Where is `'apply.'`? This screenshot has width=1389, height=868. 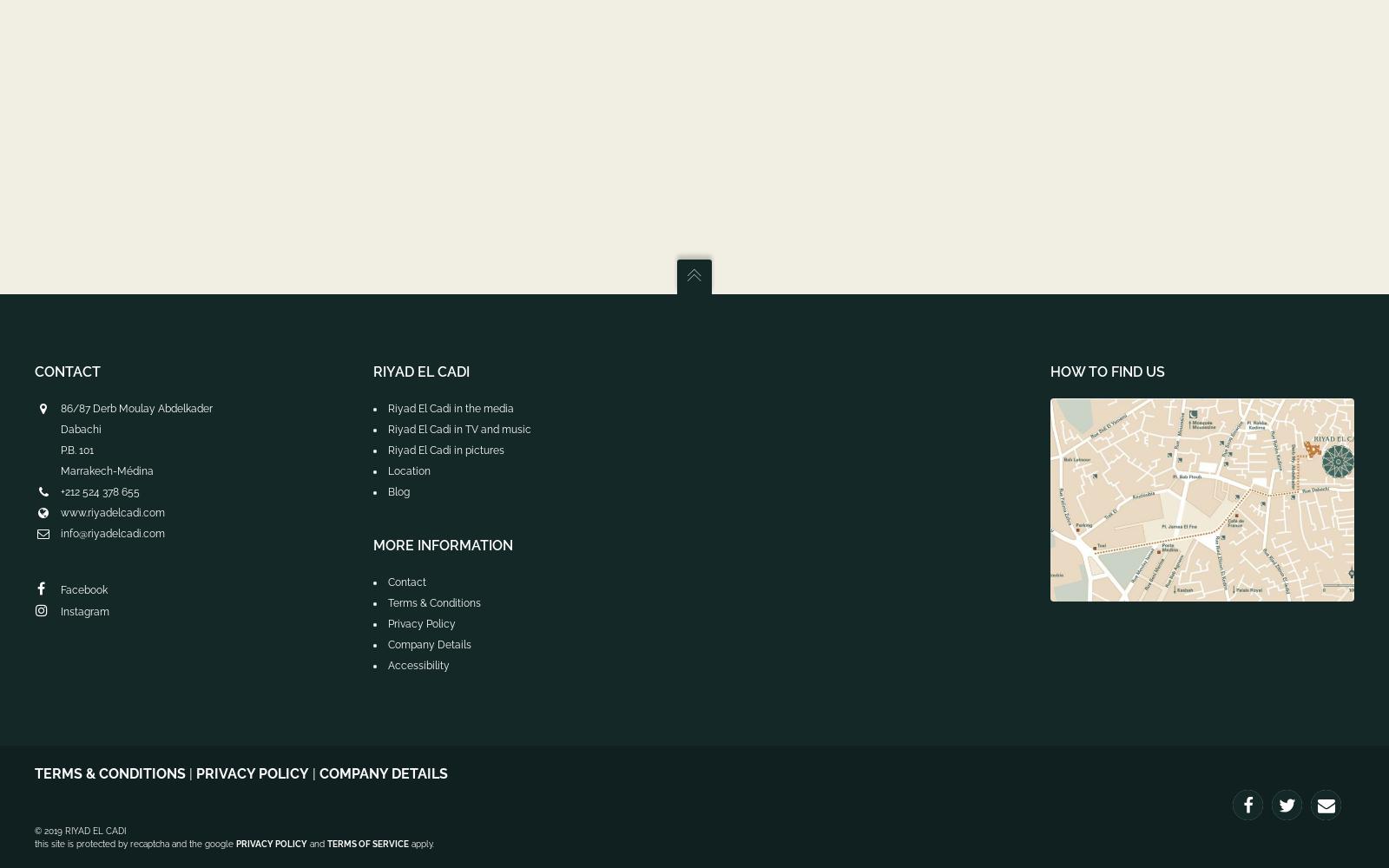
'apply.' is located at coordinates (420, 843).